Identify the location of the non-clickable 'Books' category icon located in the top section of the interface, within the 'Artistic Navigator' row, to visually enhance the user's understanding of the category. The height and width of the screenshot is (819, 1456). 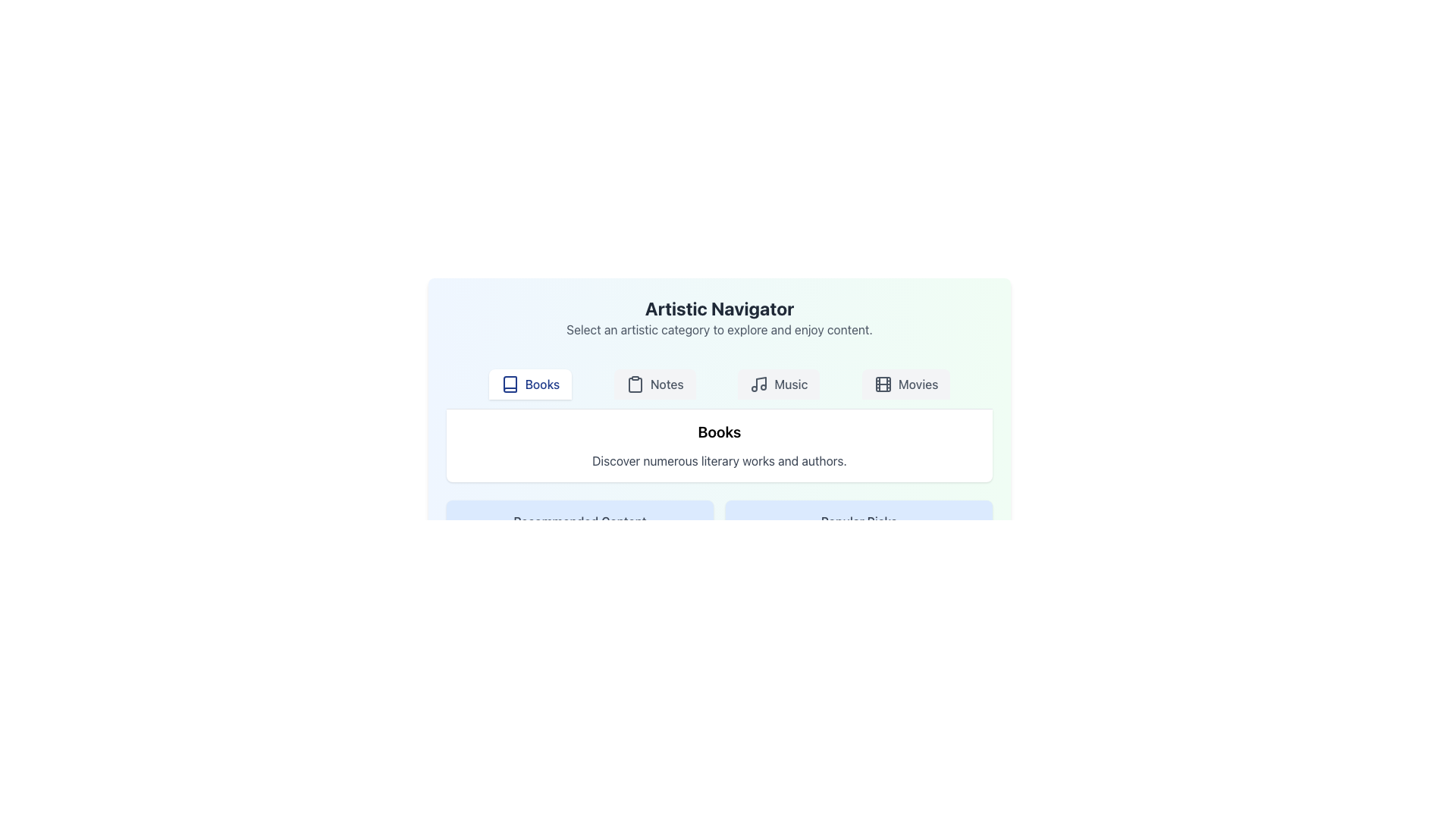
(510, 383).